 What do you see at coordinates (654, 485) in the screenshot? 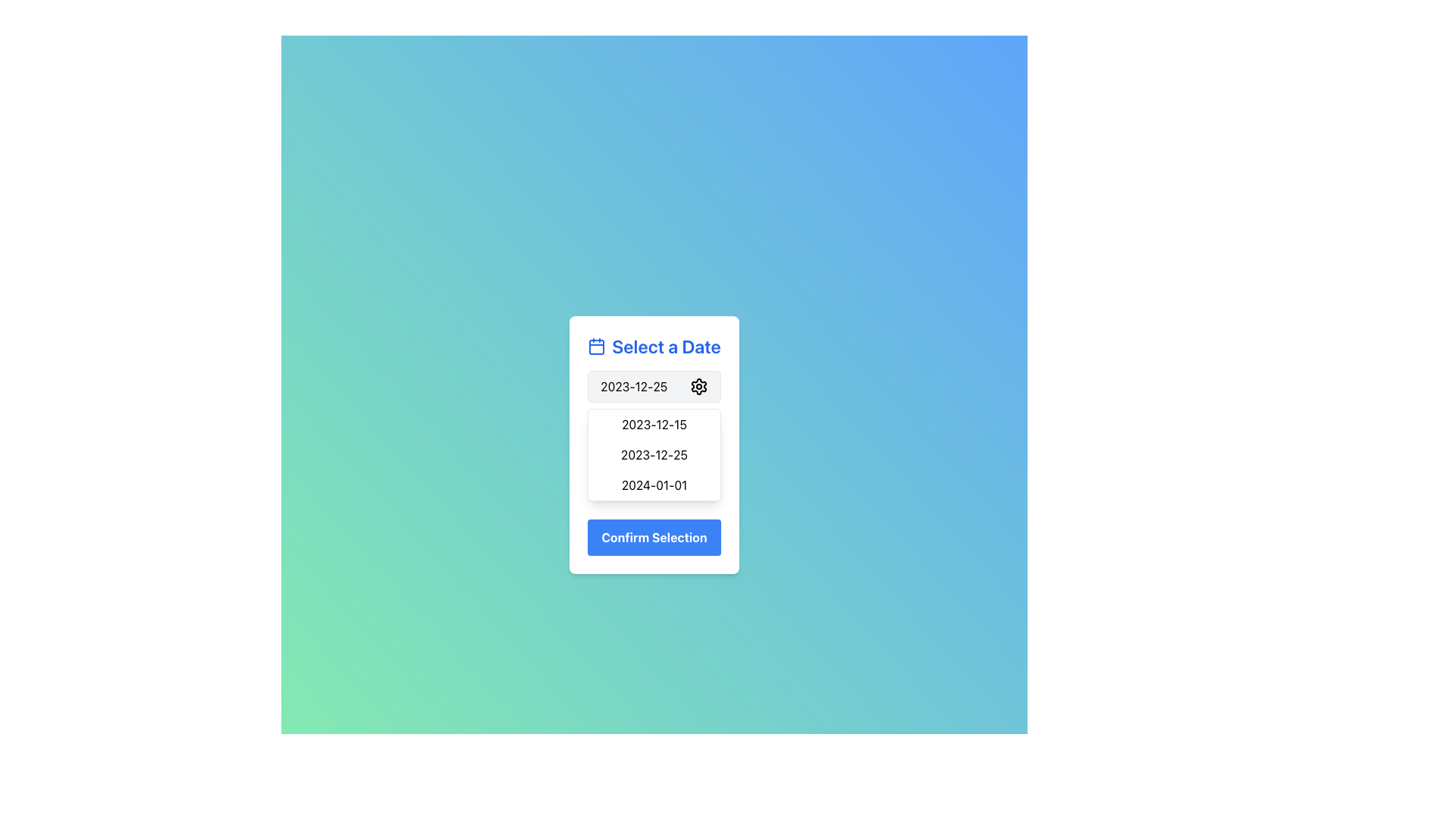
I see `the list item text displaying the date '2024-01-01'` at bounding box center [654, 485].